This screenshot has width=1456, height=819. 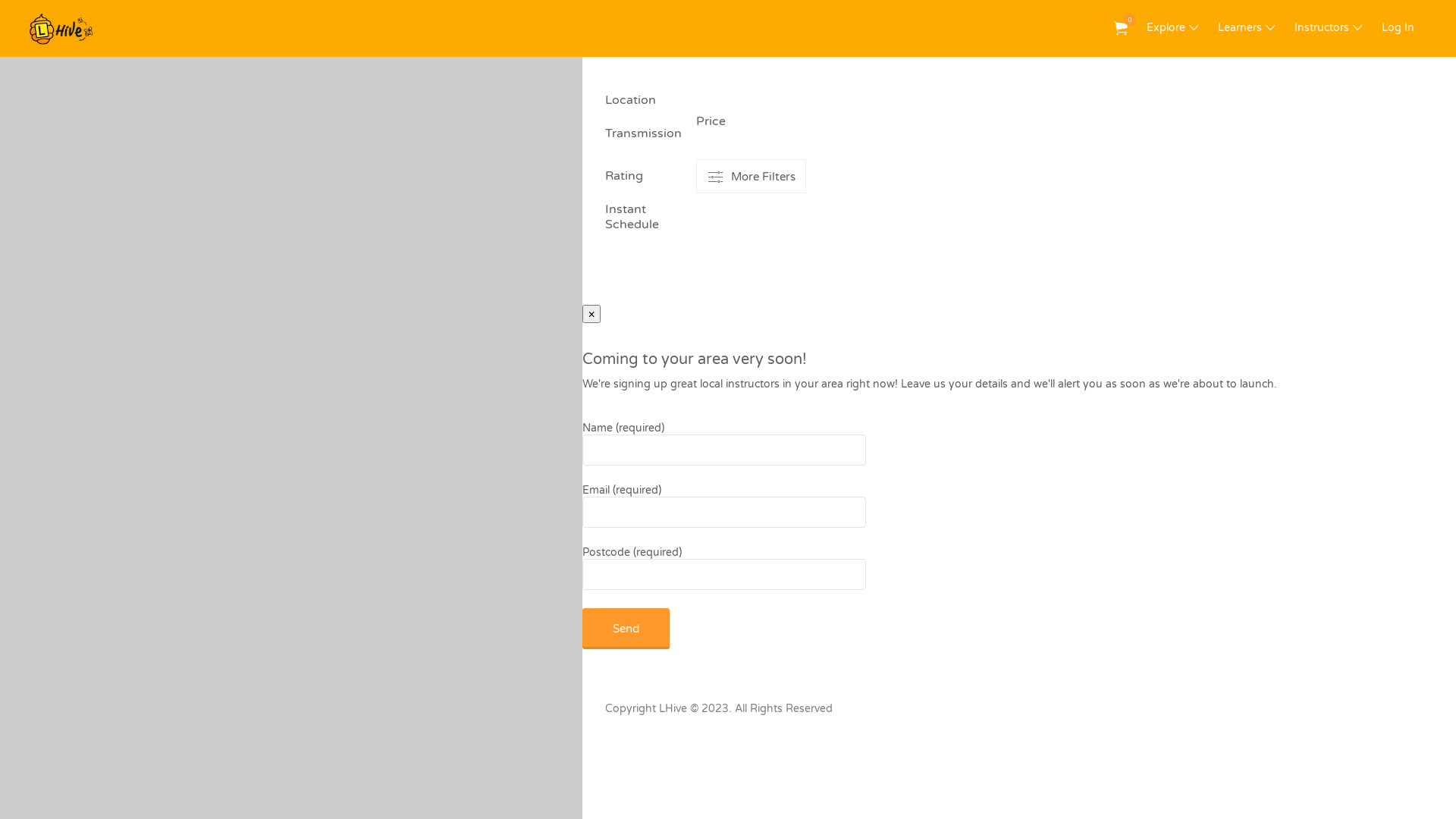 I want to click on 'Instructors', so click(x=1320, y=27).